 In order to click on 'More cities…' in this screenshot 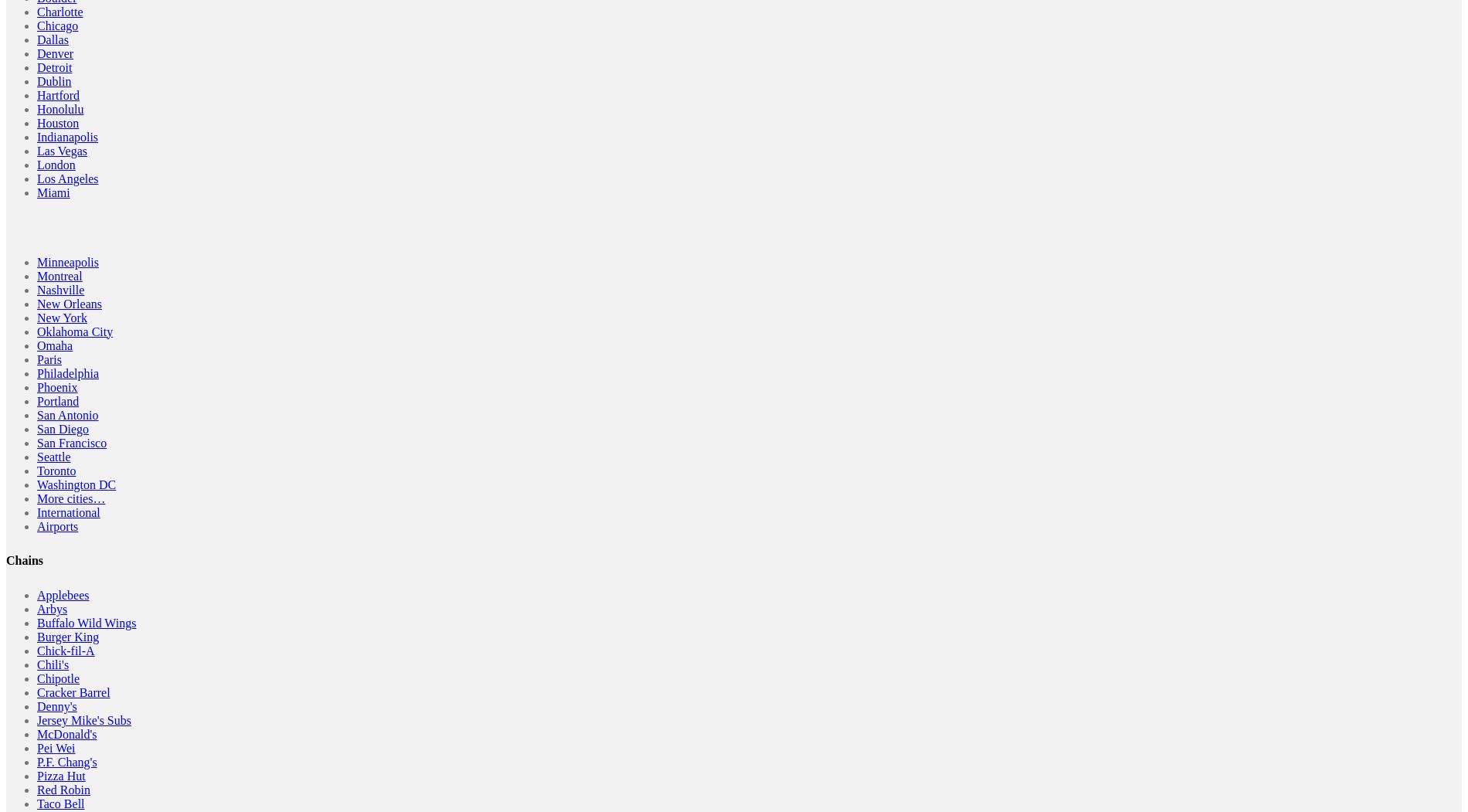, I will do `click(37, 497)`.